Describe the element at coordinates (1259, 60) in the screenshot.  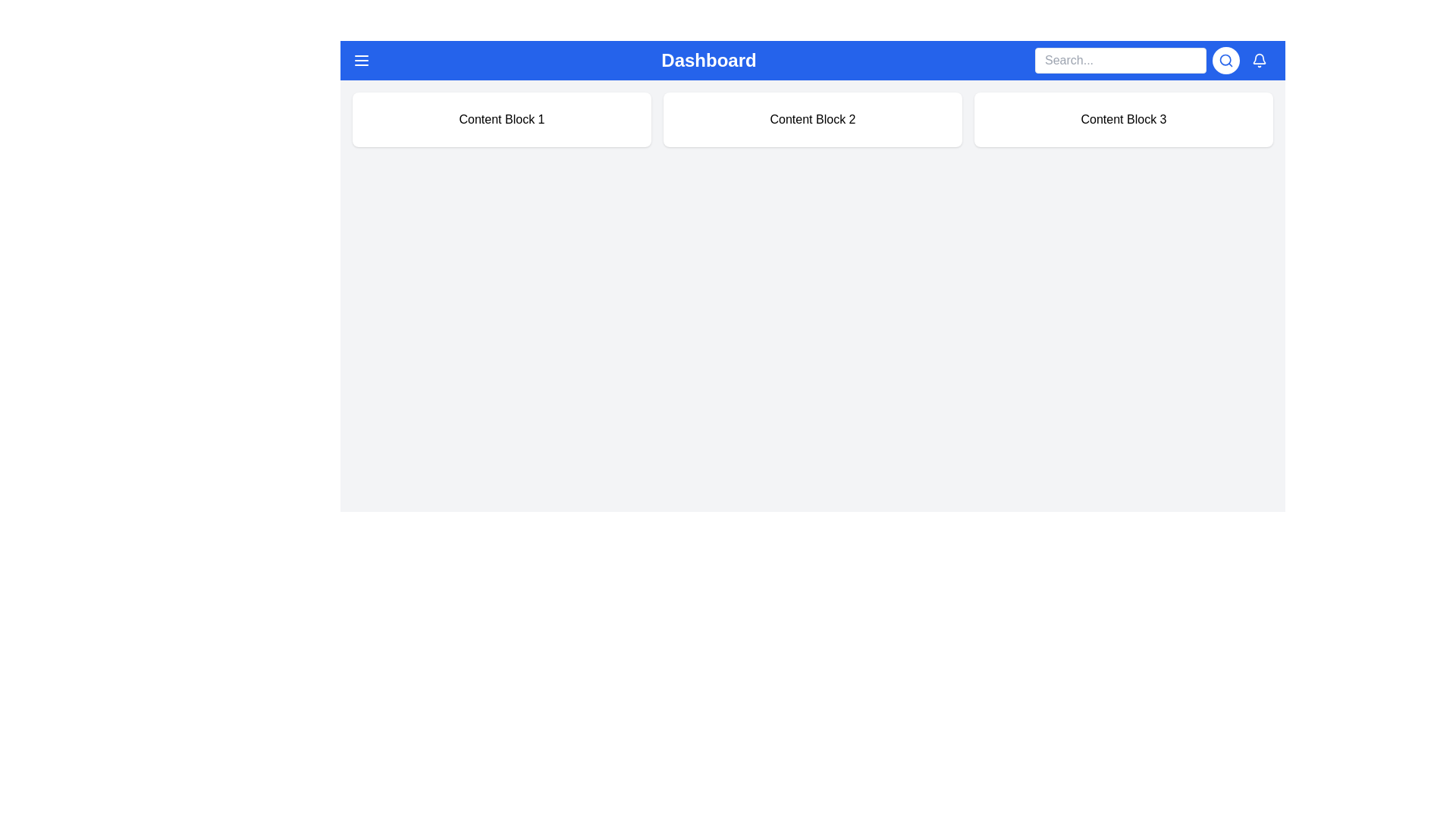
I see `the bell-shaped notification icon located in the top-right corner of the navigation header, adjacent to the search icon` at that location.